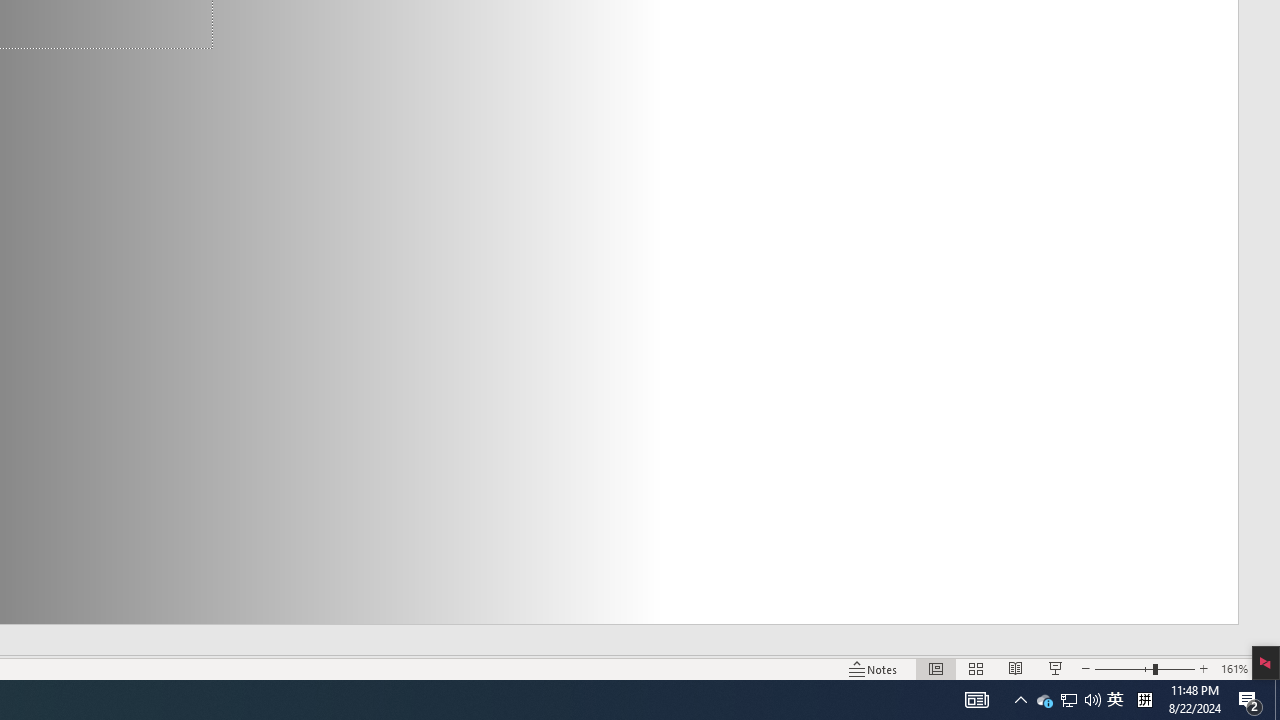  Describe the element at coordinates (1203, 669) in the screenshot. I see `'Zoom In'` at that location.